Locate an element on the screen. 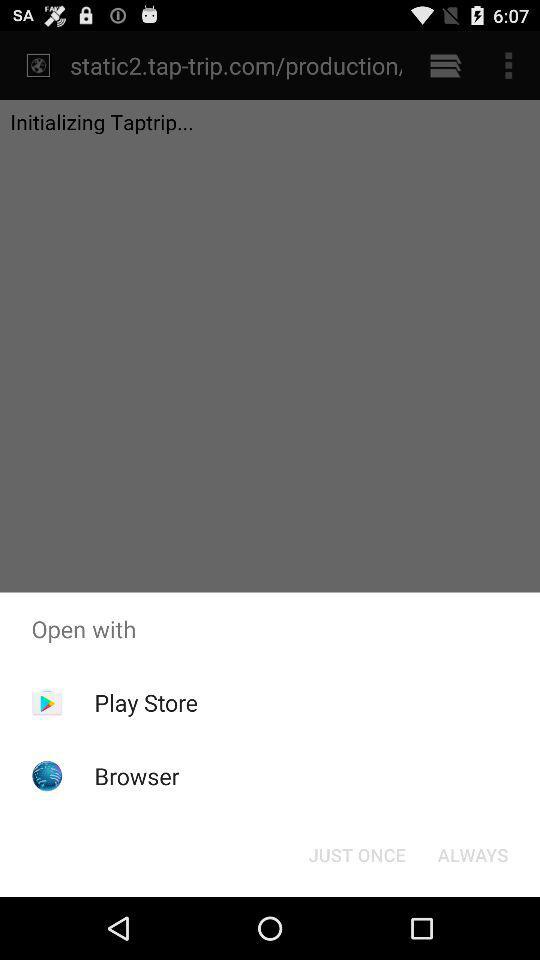  the item next to the always button is located at coordinates (356, 853).